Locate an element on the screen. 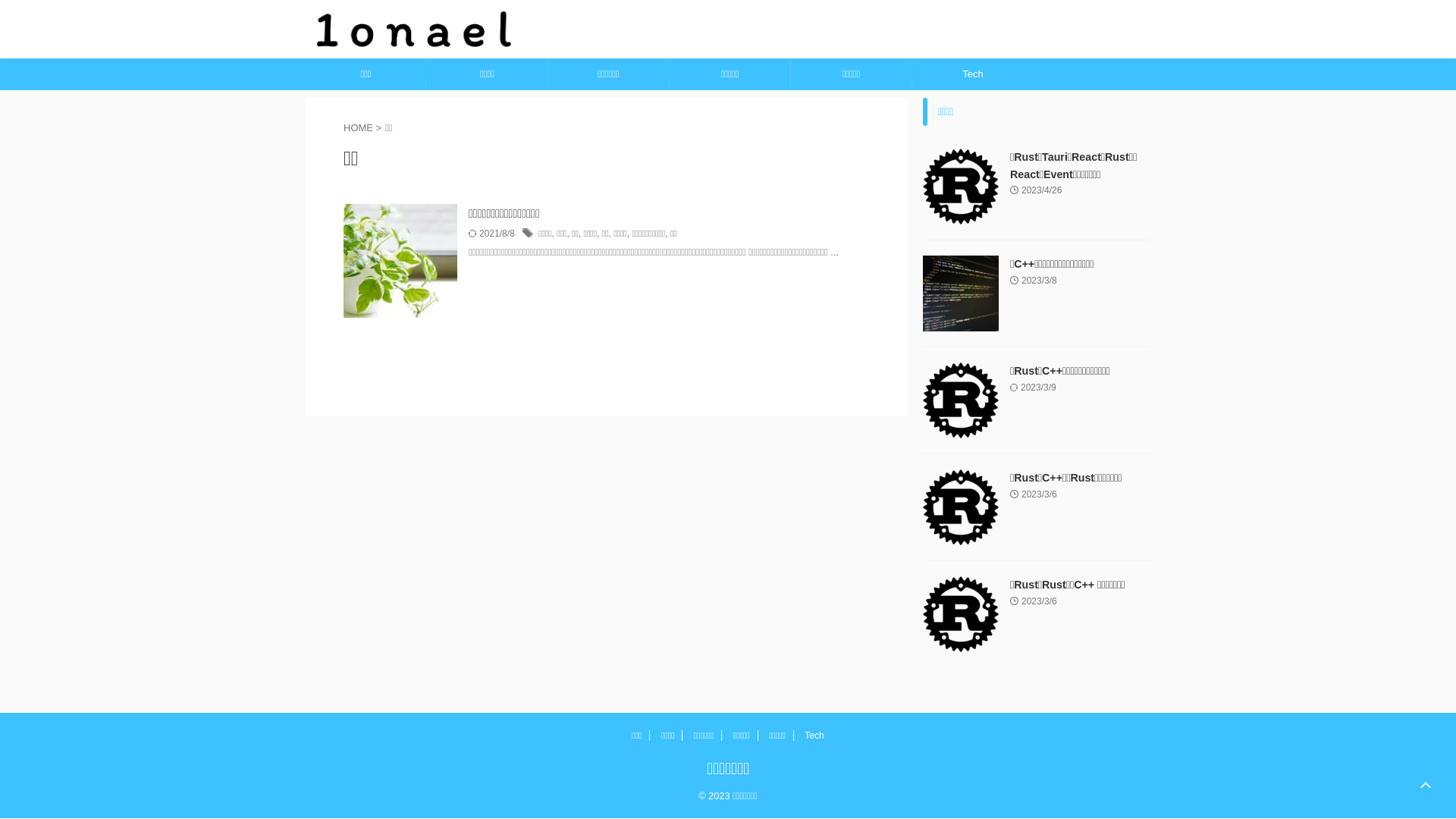 This screenshot has width=1456, height=819. 'HOME' is located at coordinates (342, 127).